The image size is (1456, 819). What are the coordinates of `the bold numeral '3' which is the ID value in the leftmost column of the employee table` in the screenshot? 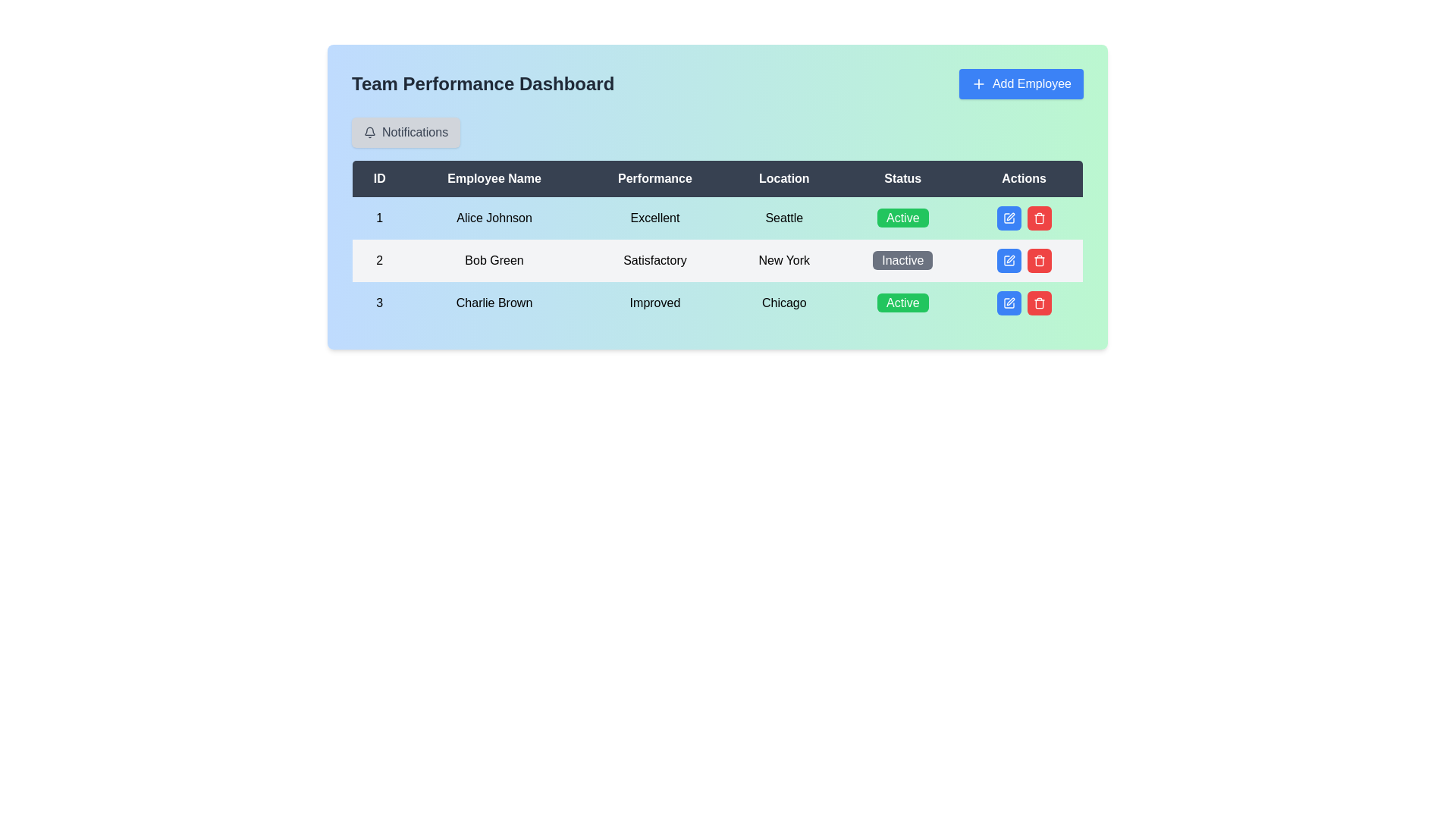 It's located at (379, 303).